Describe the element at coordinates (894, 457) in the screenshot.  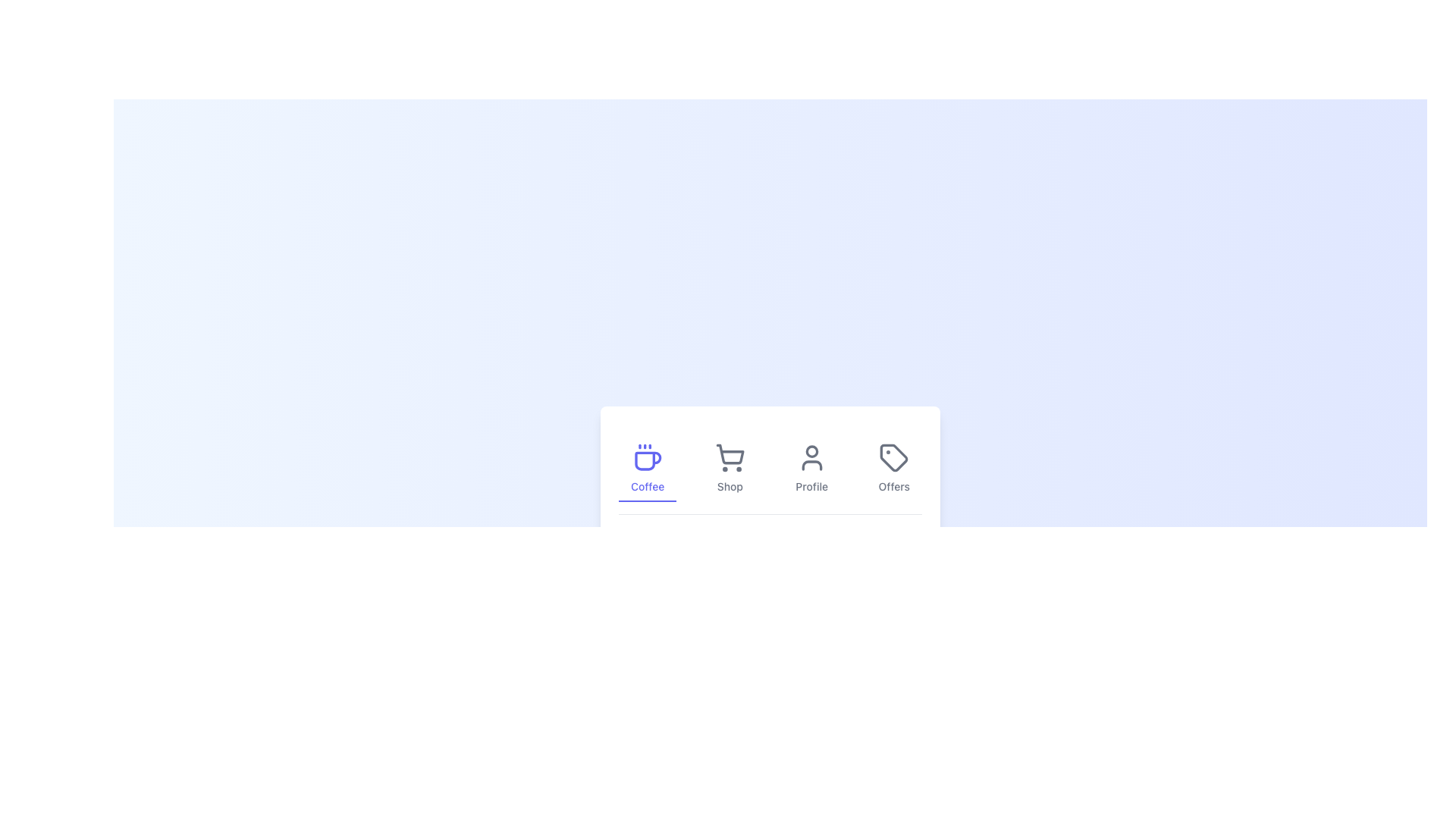
I see `the 'Offers' tag icon located at the rightmost position of the horizontal navigation bar` at that location.